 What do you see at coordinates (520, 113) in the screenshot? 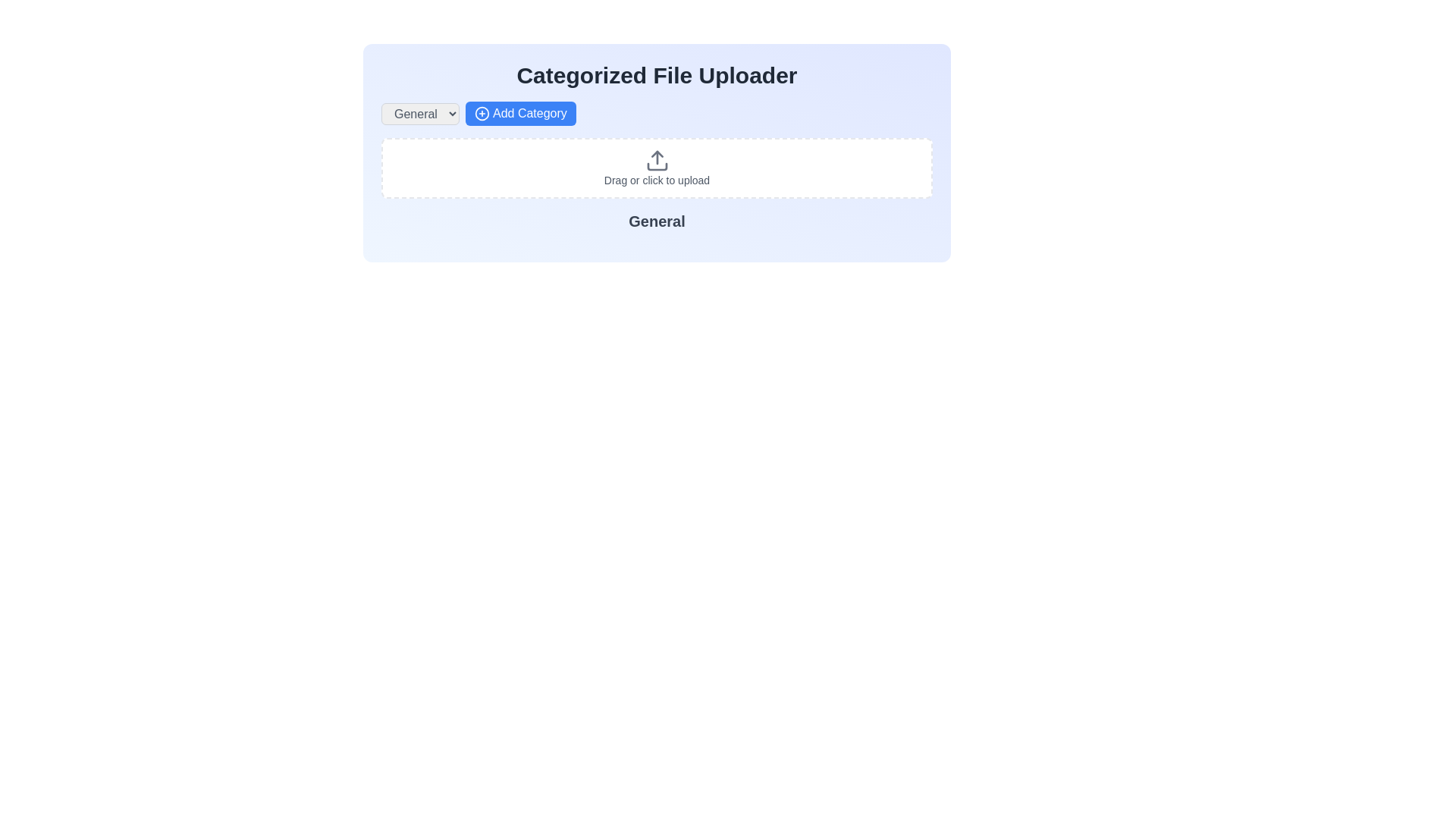
I see `the button to the right of the 'General' dropdown in the 'Categorized File Uploader' section to initiate the addition of a new category` at bounding box center [520, 113].